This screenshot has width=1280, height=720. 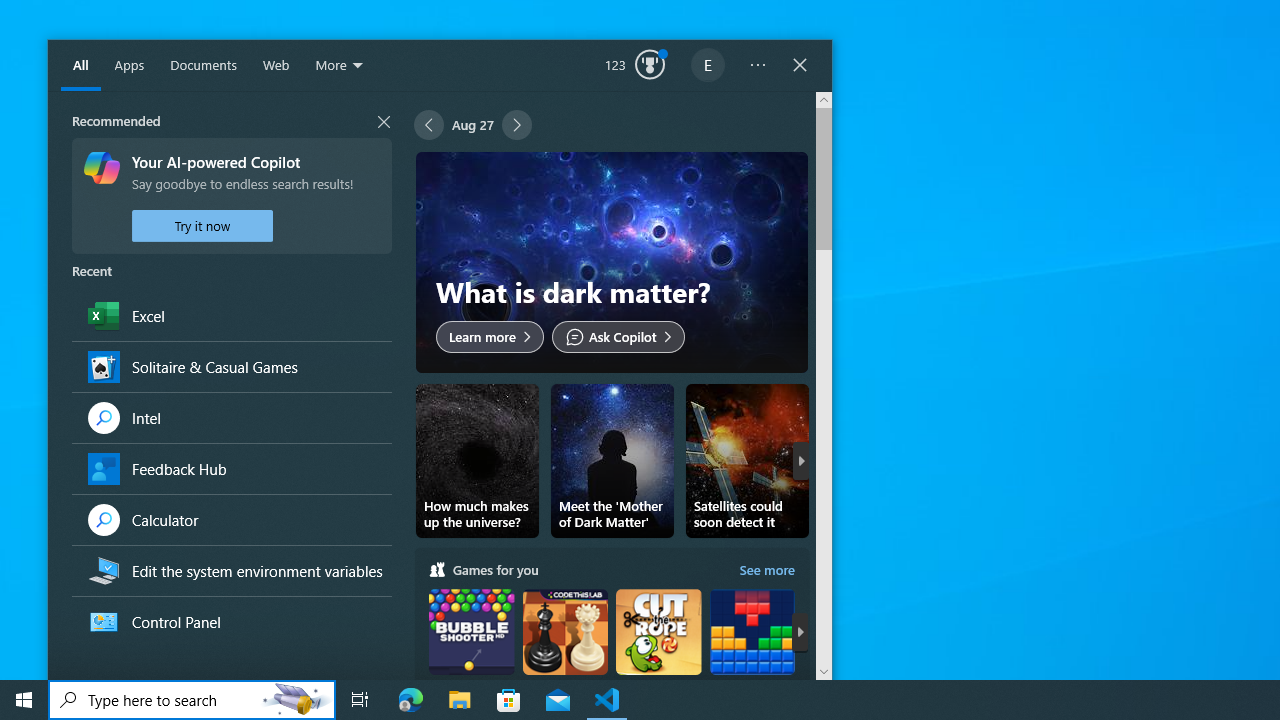 I want to click on 'What is dark matter?', so click(x=610, y=261).